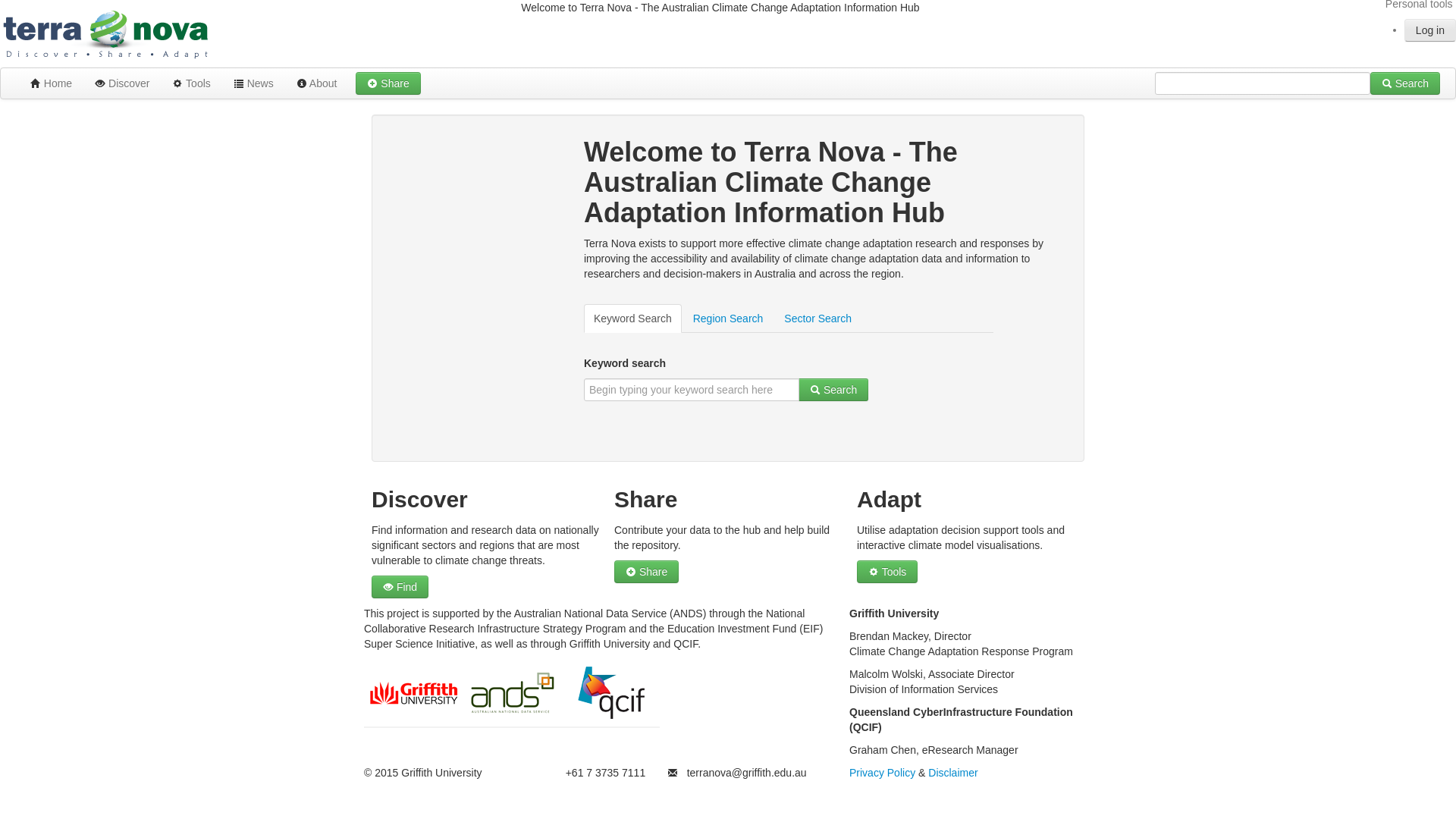  Describe the element at coordinates (315, 83) in the screenshot. I see `'About'` at that location.